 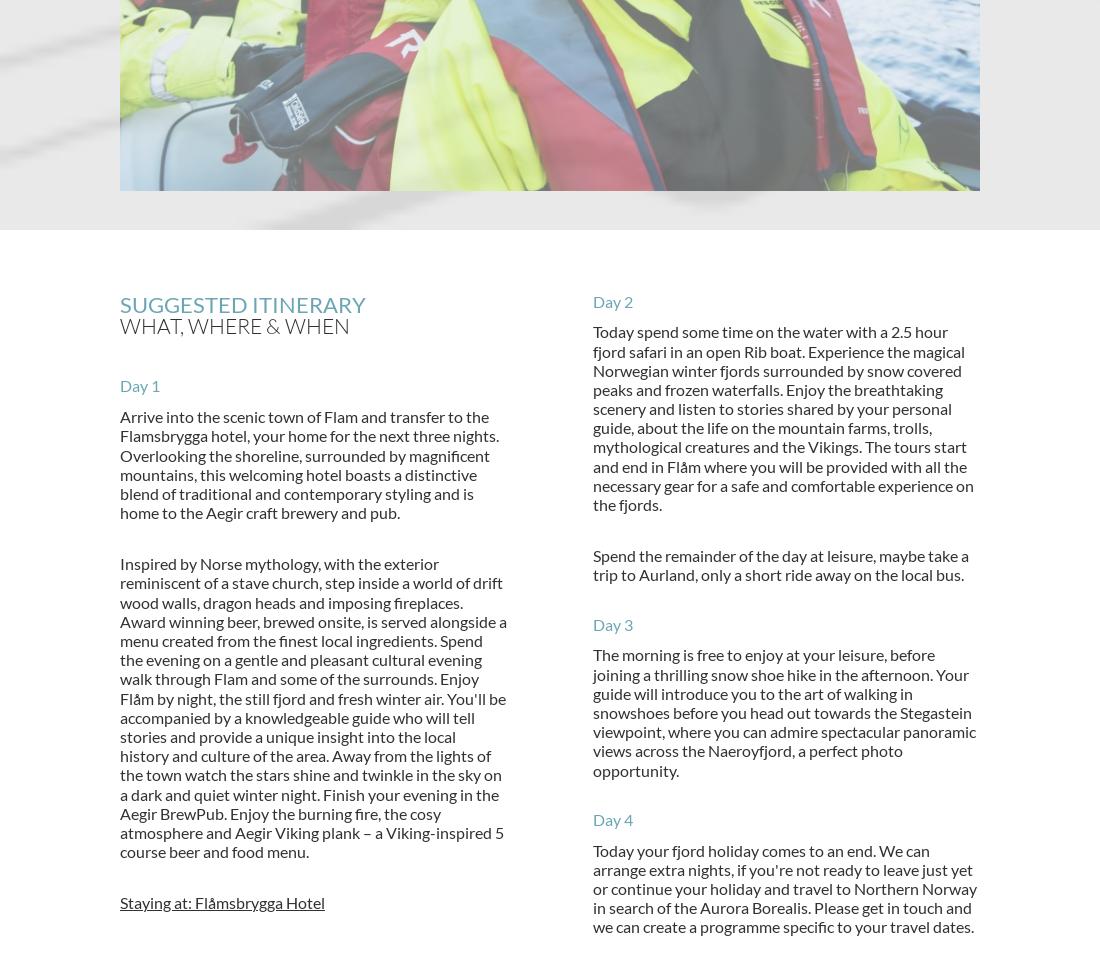 I want to click on 'Today your fjord holiday comes to an end. We can arrange extra nights, if you're not ready to leave just yet or continue your holiday and travel to Northern Norway in search of the Aurora Borealis. Please get in touch and we can create a programme specific to your travel dates.', so click(x=784, y=887).